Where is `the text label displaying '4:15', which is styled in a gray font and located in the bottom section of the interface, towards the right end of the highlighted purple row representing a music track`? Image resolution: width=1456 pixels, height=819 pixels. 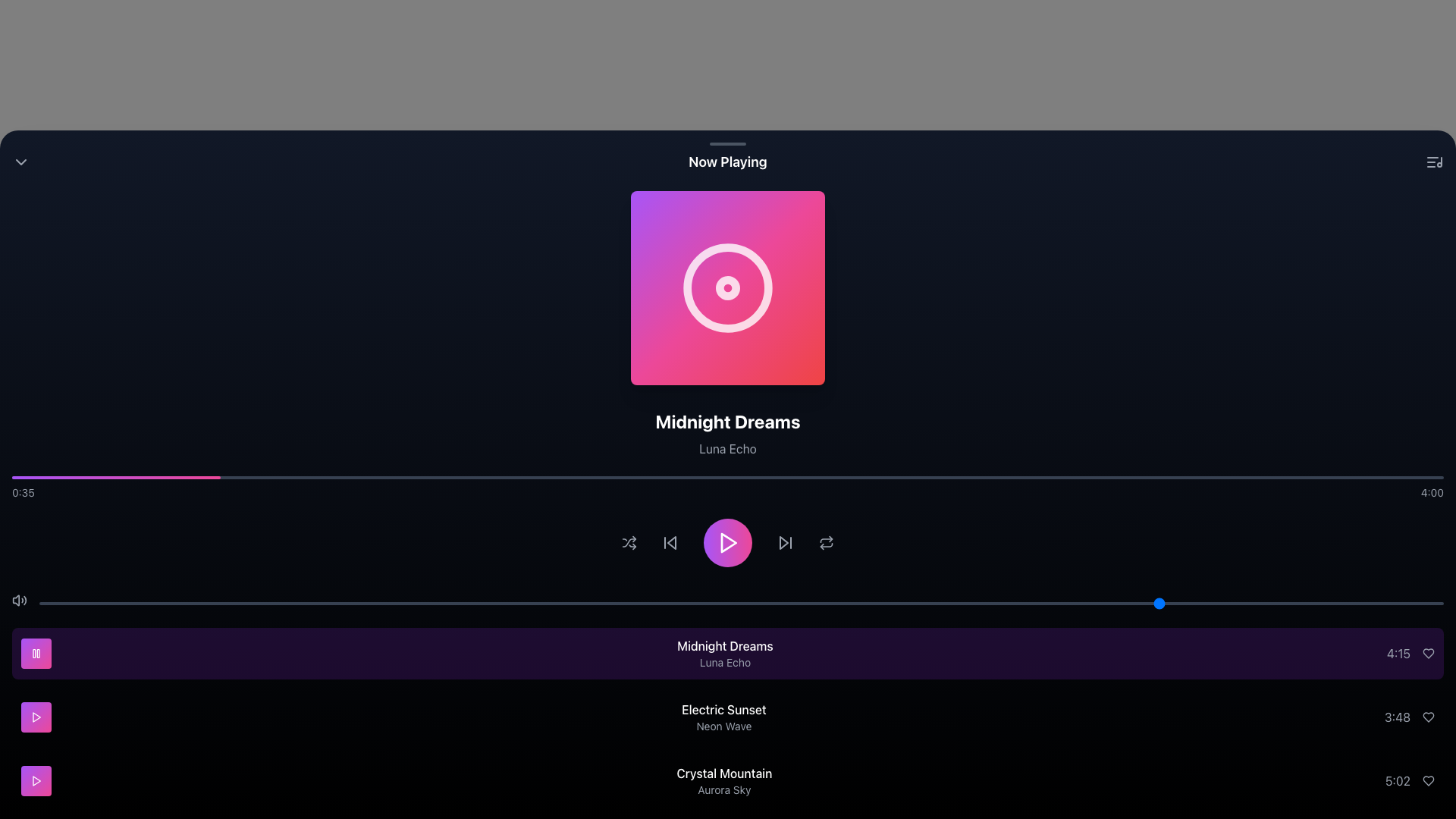 the text label displaying '4:15', which is styled in a gray font and located in the bottom section of the interface, towards the right end of the highlighted purple row representing a music track is located at coordinates (1398, 652).